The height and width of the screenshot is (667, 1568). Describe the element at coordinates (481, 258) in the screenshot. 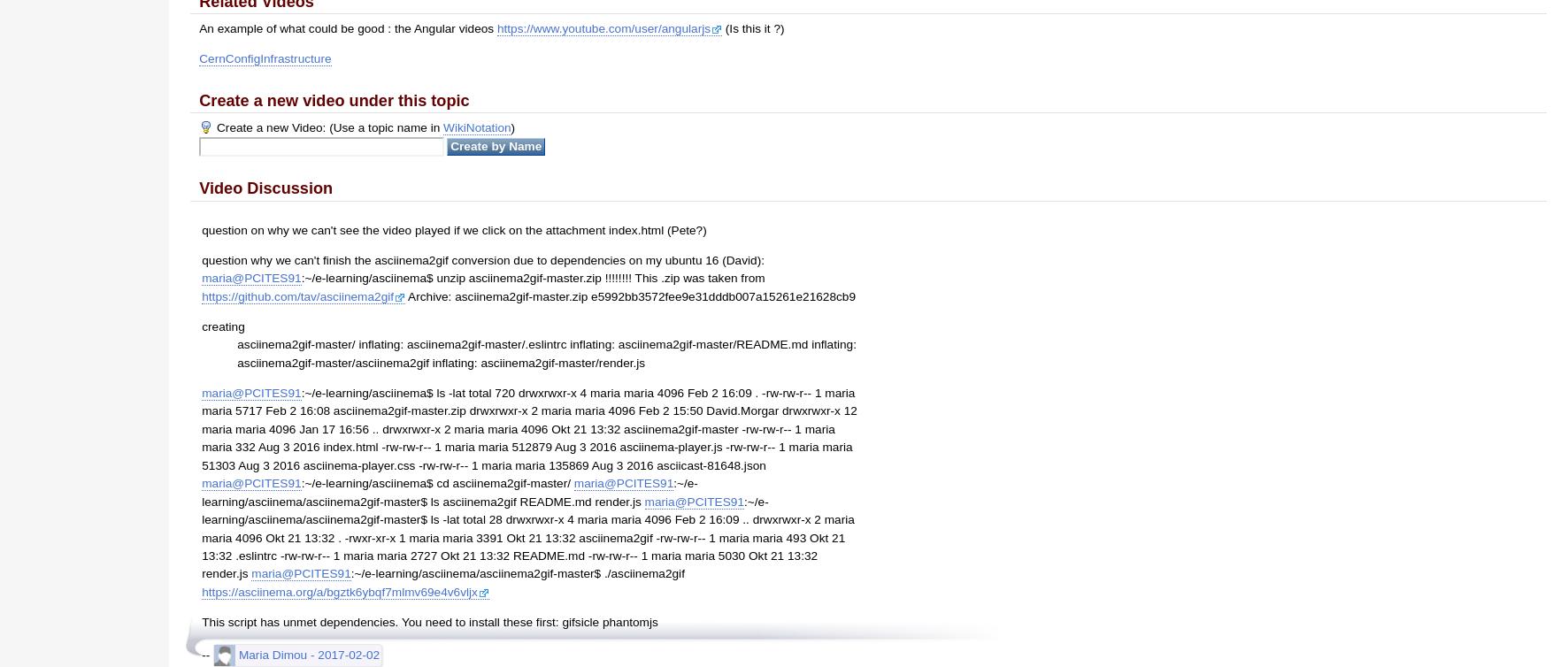

I see `'question why we can't finish the asciinema2gif conversion due to dependencies on my ubuntu 16 (David):'` at that location.